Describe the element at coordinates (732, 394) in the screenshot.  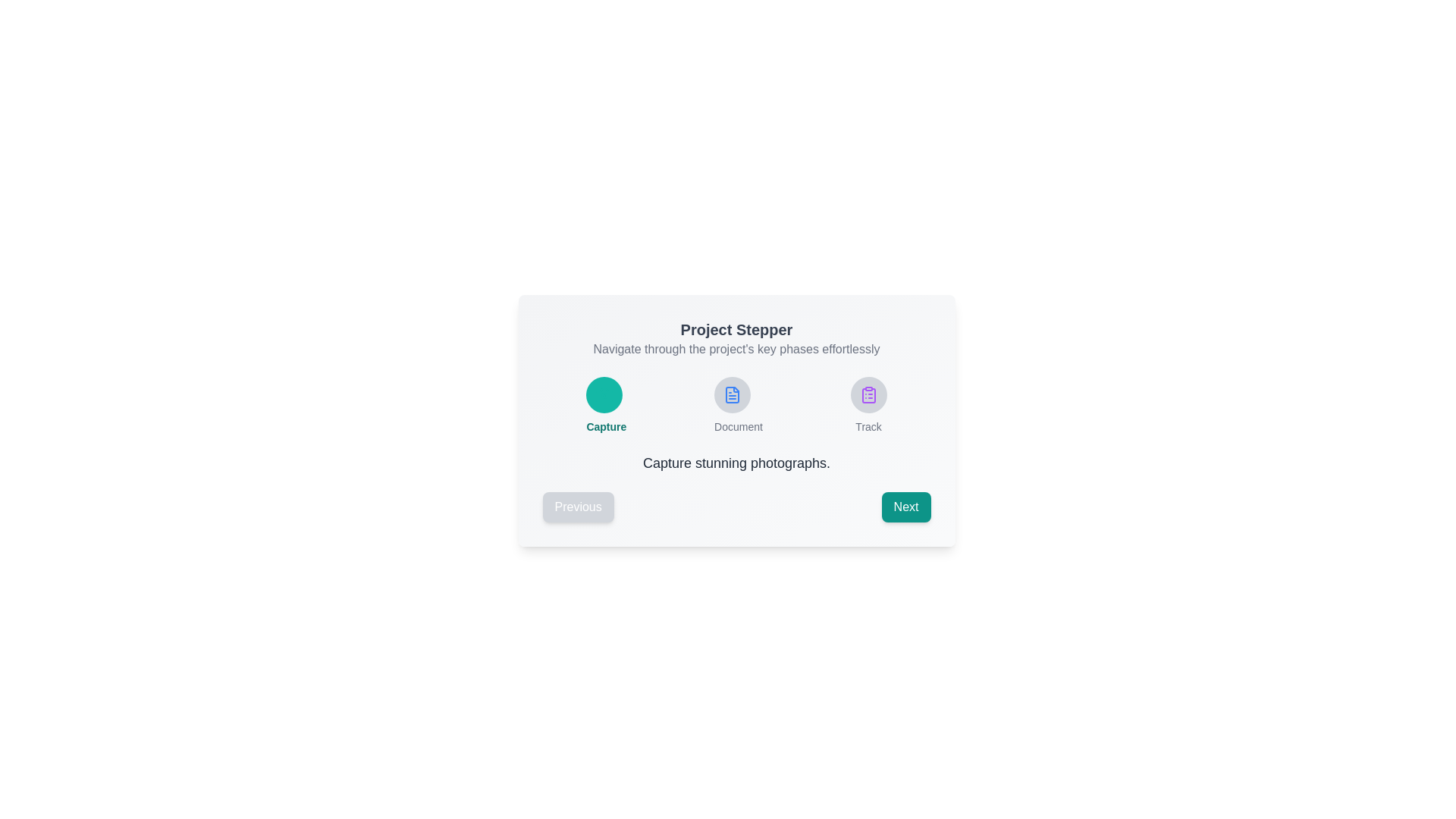
I see `the step icon for Document` at that location.